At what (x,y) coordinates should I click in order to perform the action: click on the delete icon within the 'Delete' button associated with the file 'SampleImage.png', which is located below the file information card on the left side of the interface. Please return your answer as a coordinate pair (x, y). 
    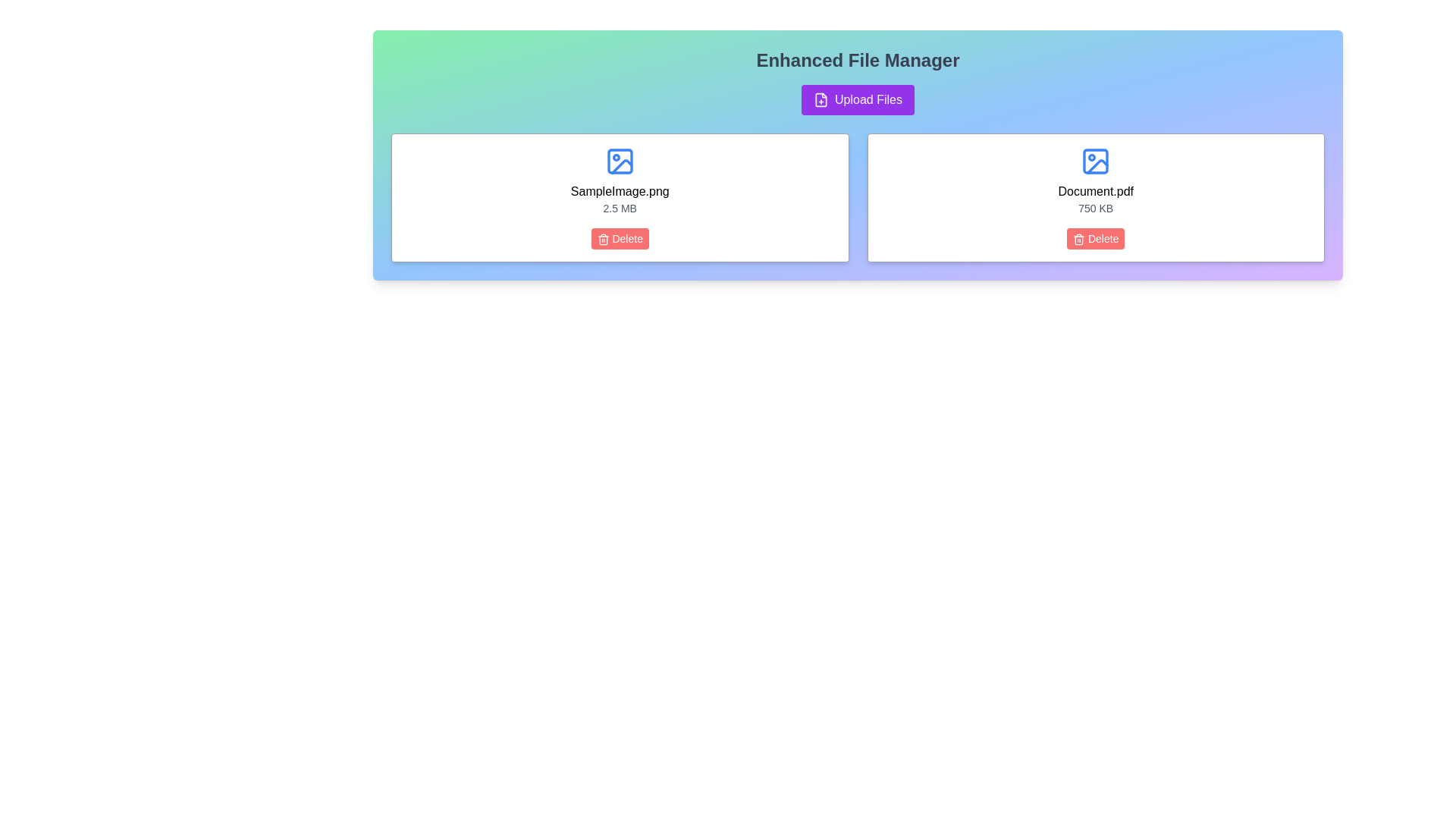
    Looking at the image, I should click on (602, 239).